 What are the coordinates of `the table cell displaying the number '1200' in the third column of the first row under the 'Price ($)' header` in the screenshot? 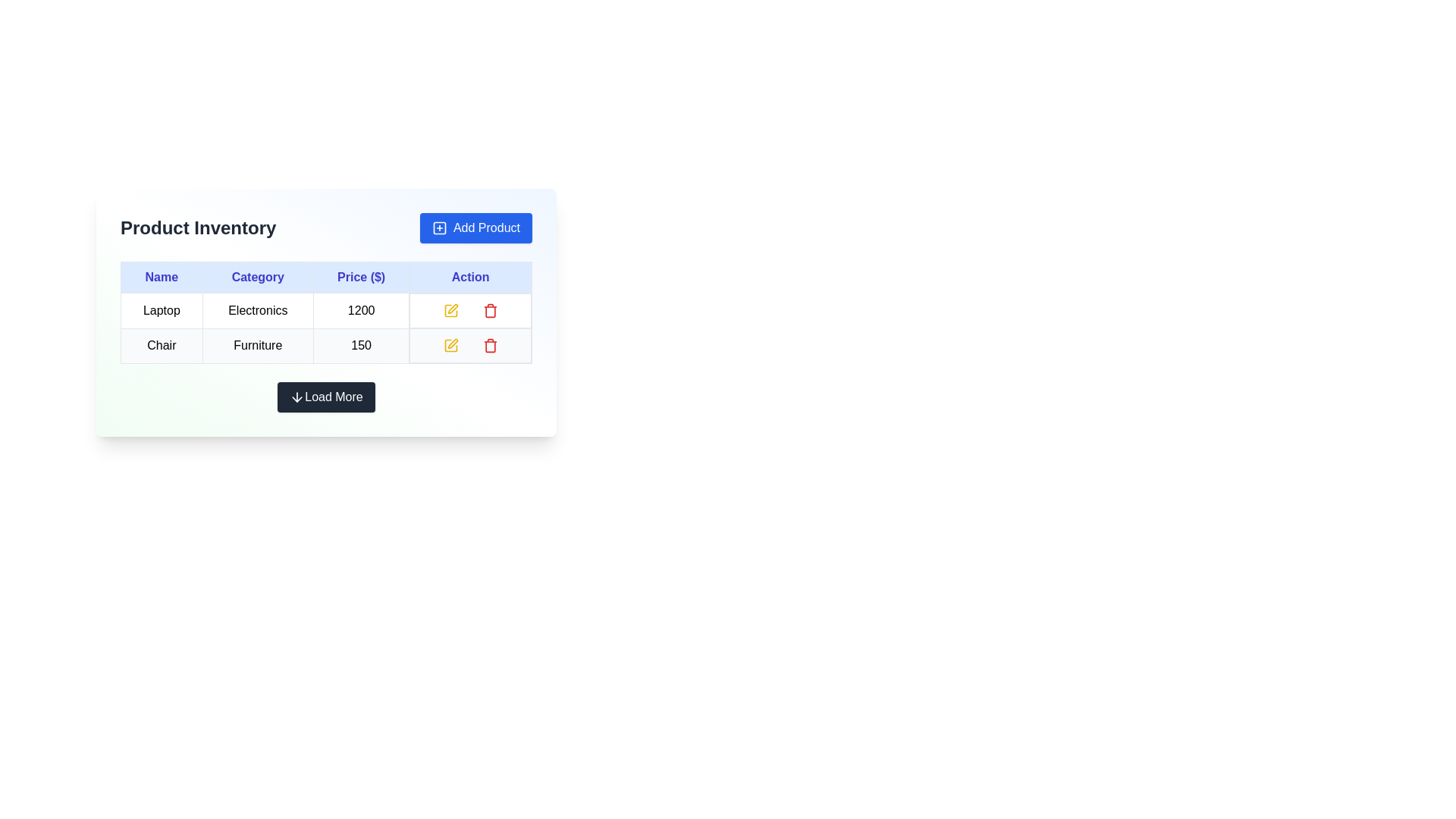 It's located at (360, 309).